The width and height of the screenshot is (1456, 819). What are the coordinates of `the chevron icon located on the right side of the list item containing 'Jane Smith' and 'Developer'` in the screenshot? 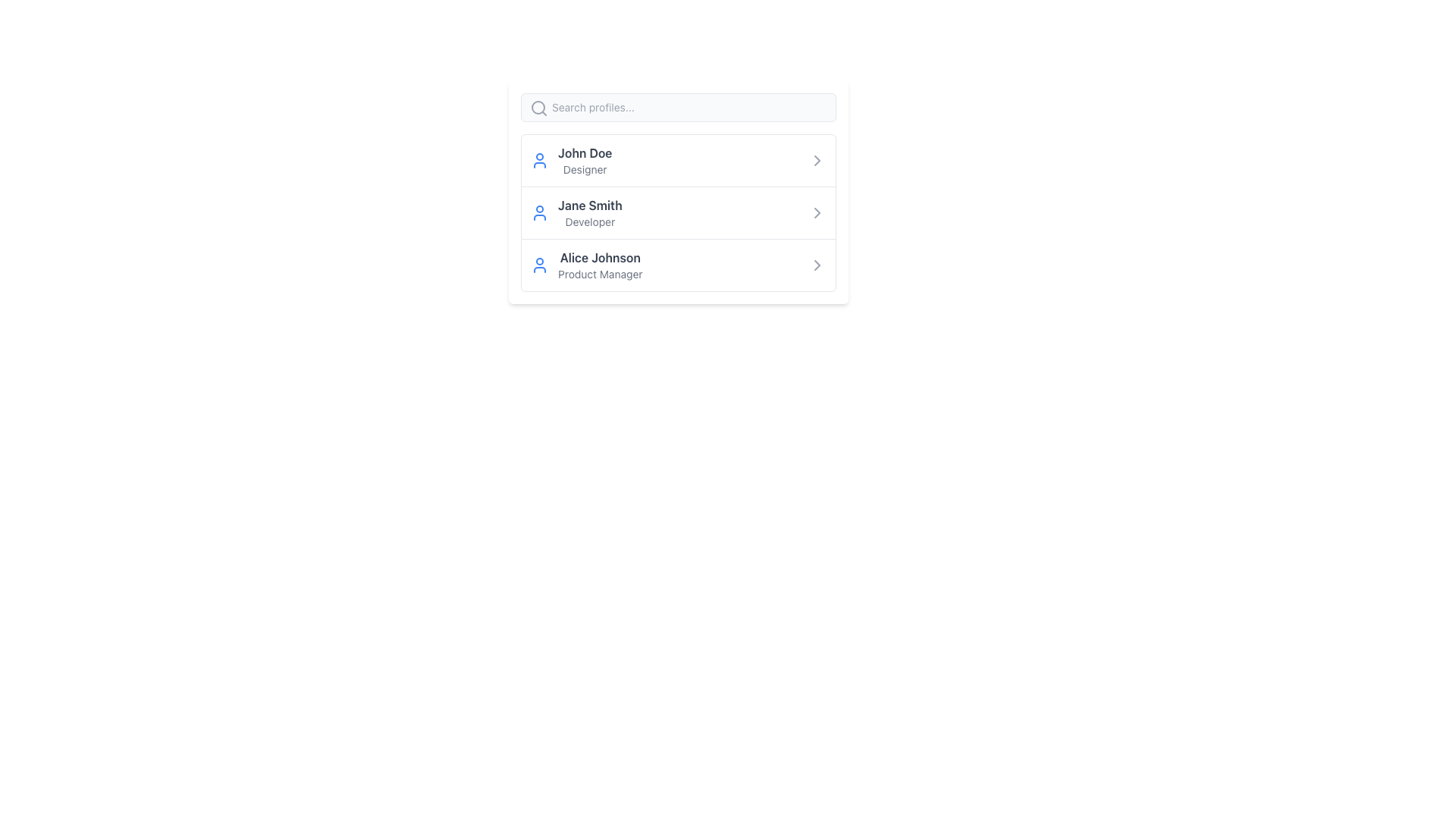 It's located at (817, 213).